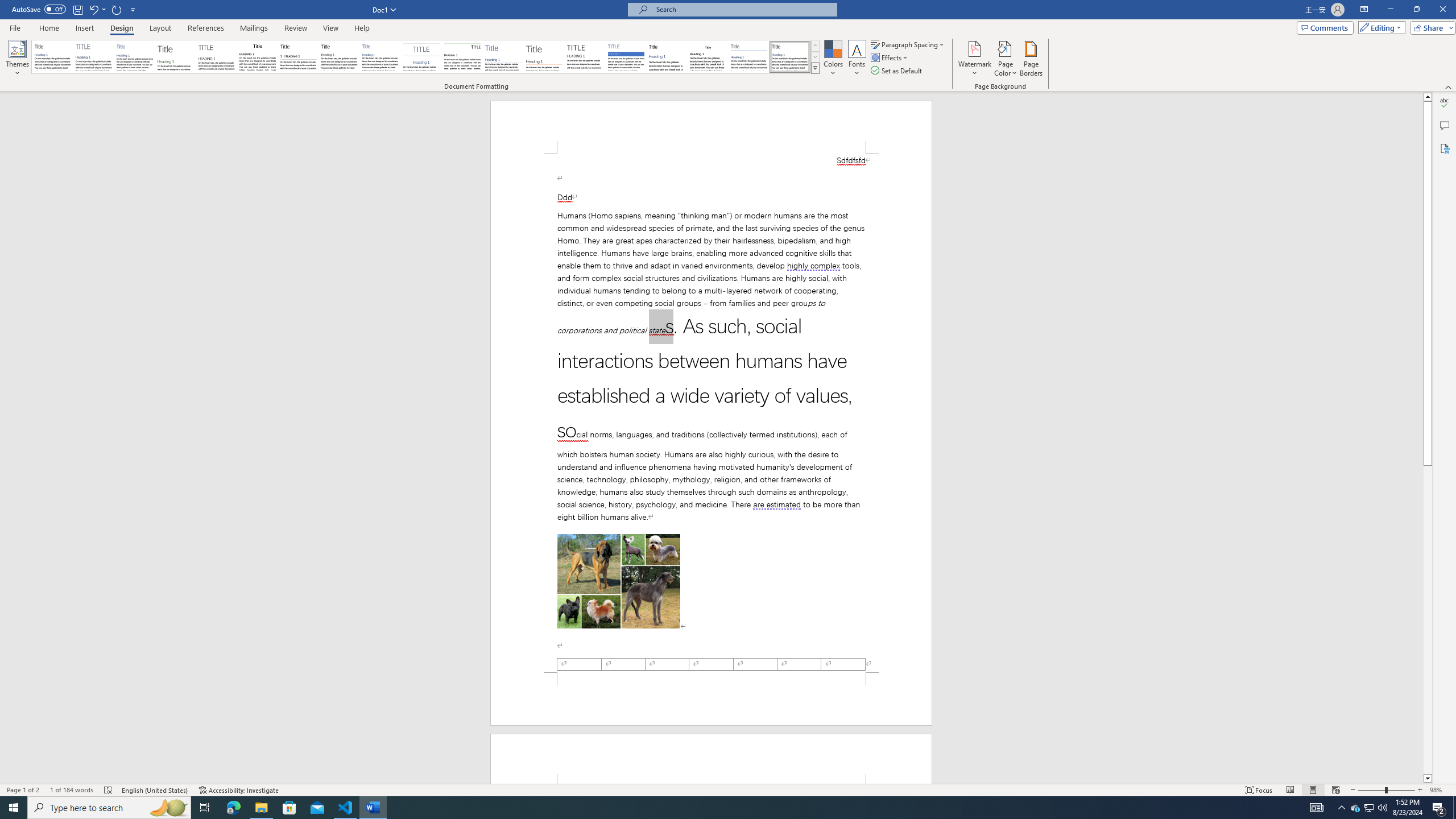 The width and height of the screenshot is (1456, 819). Describe the element at coordinates (814, 45) in the screenshot. I see `'Row up'` at that location.